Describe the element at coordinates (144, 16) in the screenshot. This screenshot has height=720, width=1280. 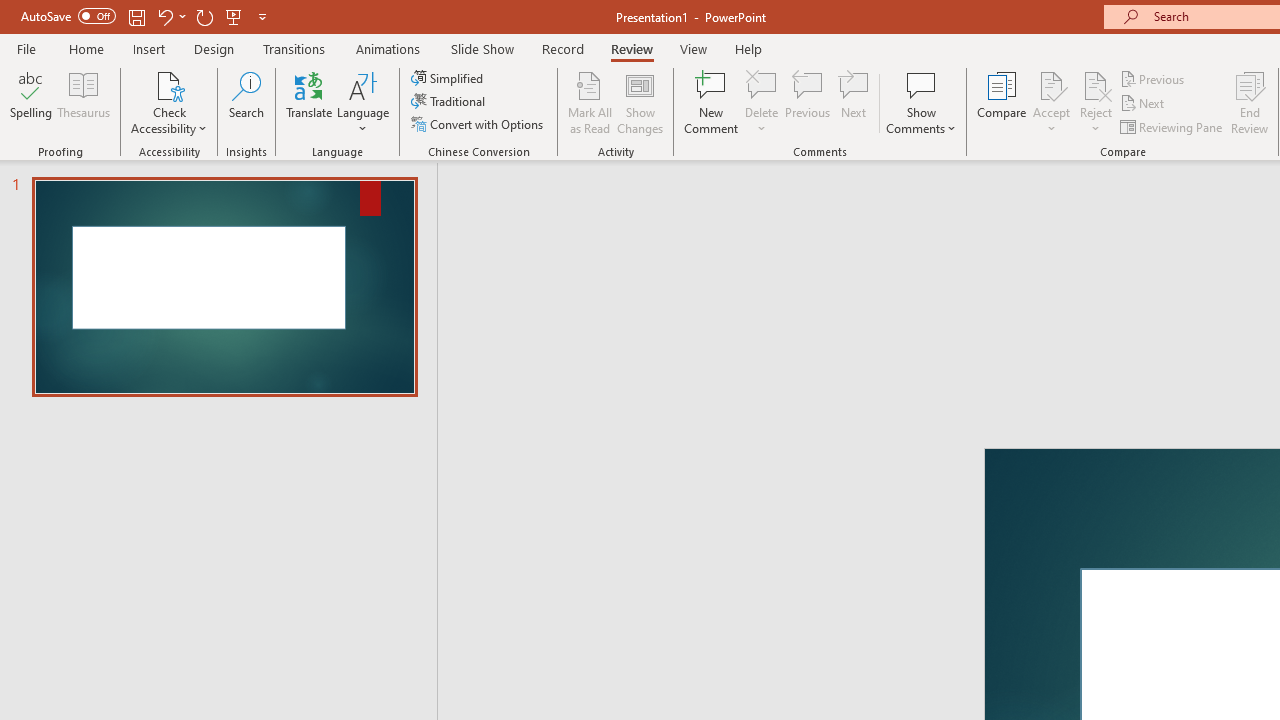
I see `'Quick Access Toolbar'` at that location.